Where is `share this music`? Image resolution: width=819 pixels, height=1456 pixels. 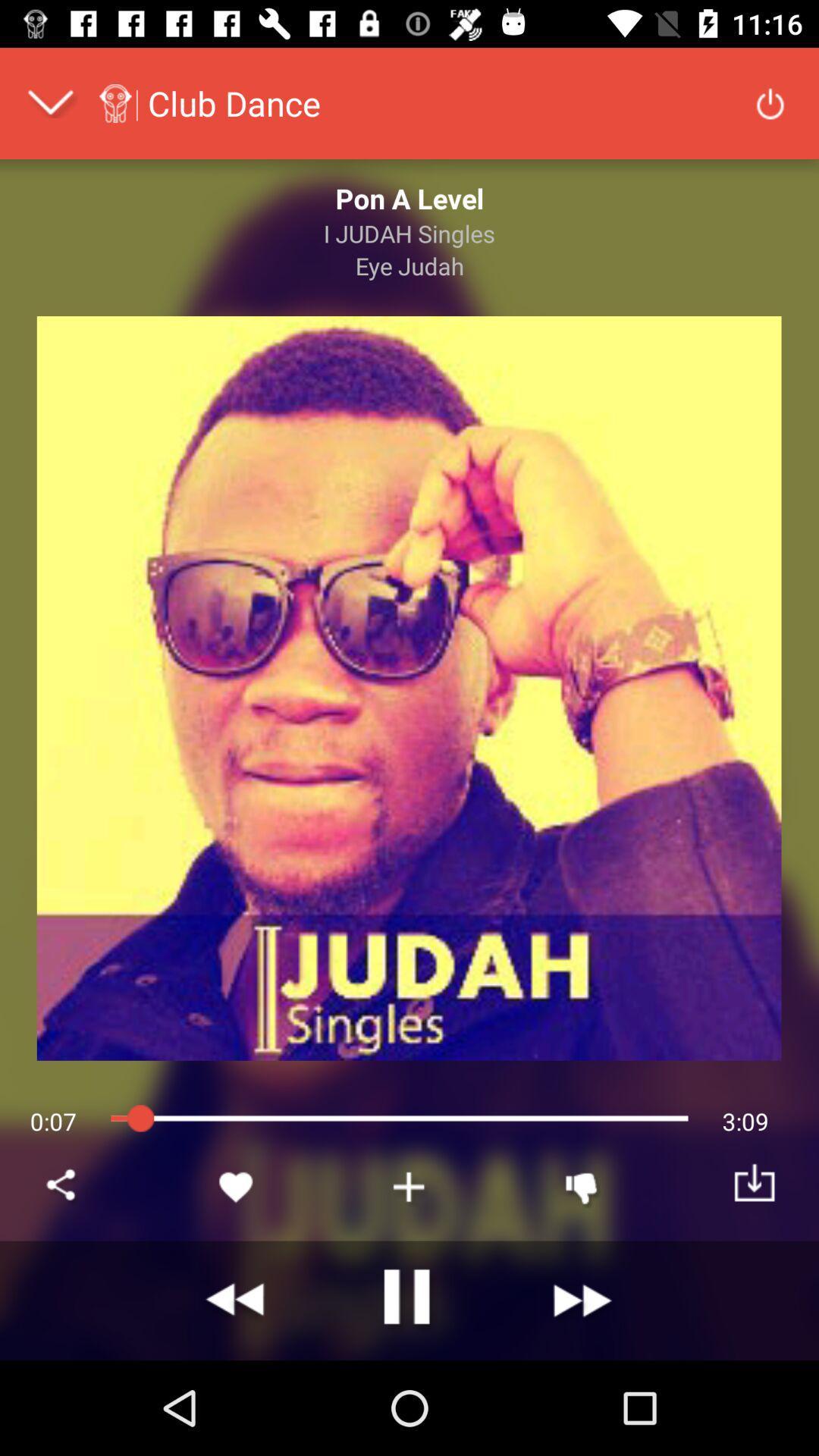 share this music is located at coordinates (63, 1186).